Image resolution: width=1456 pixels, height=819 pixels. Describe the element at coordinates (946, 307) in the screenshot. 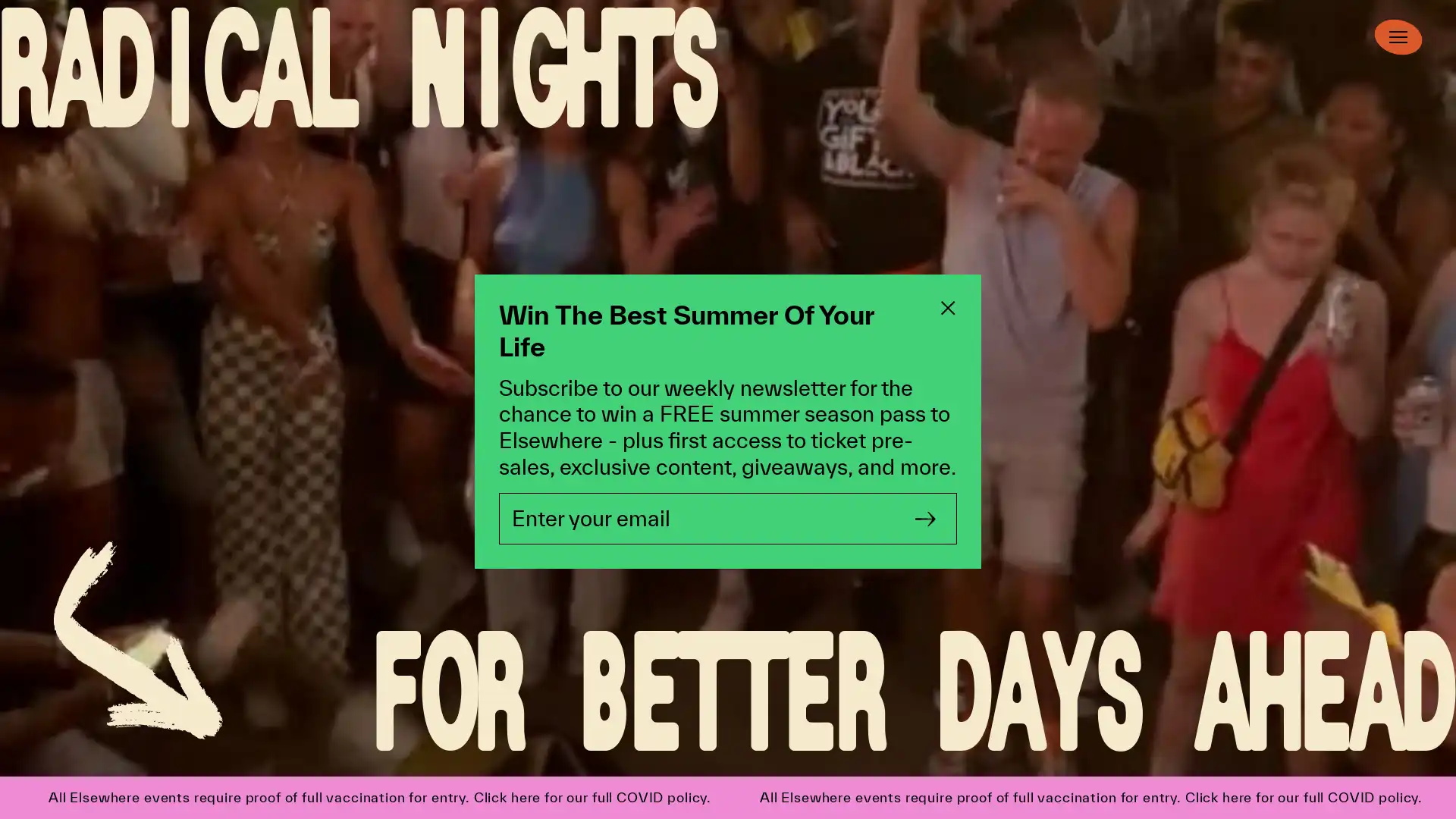

I see `Close` at that location.